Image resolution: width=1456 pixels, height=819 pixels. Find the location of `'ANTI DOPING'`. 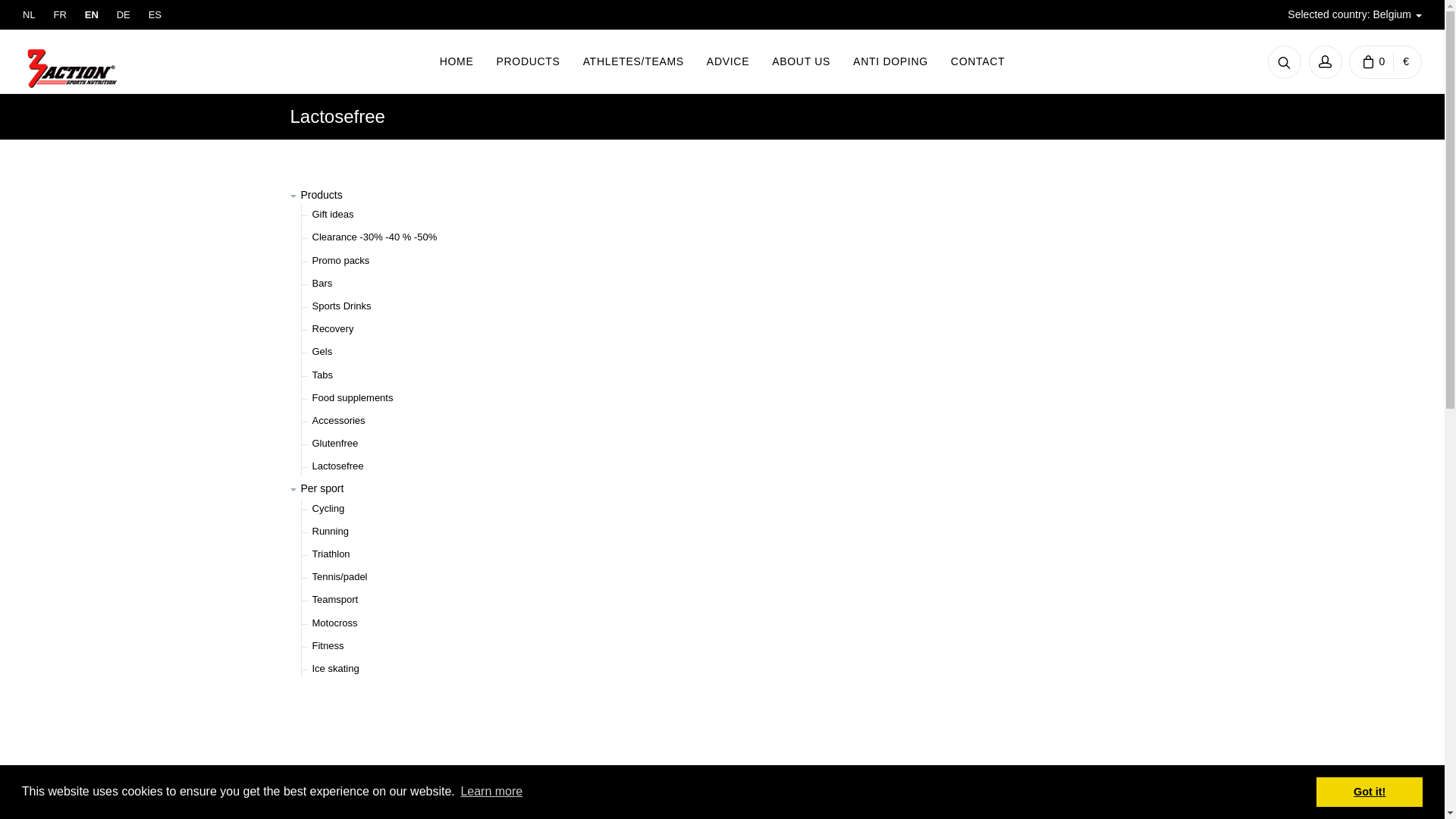

'ANTI DOPING' is located at coordinates (890, 61).